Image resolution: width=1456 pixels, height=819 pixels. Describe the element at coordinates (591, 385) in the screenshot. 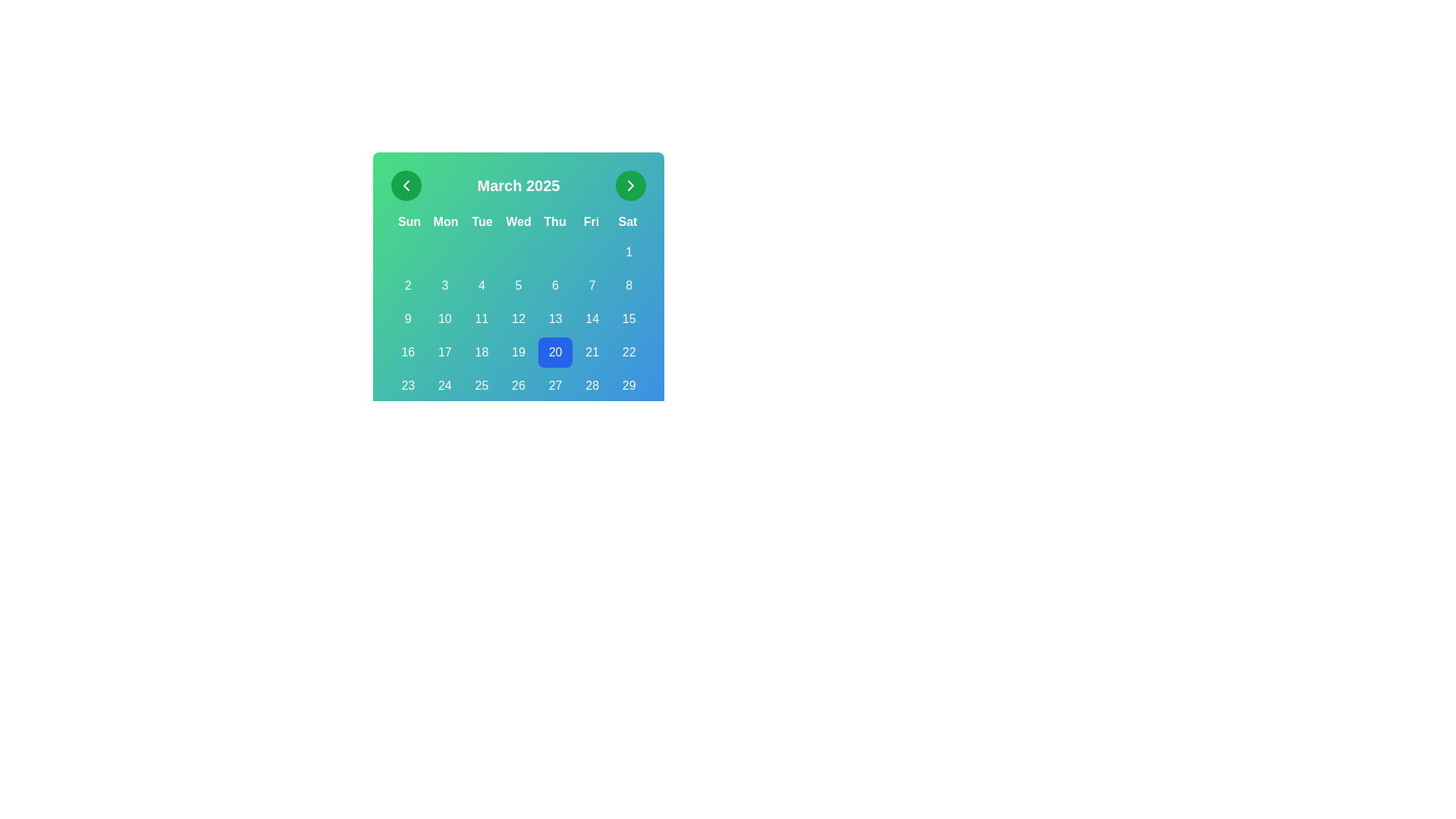

I see `the center of the button representing the date '28' in the calendar interface` at that location.